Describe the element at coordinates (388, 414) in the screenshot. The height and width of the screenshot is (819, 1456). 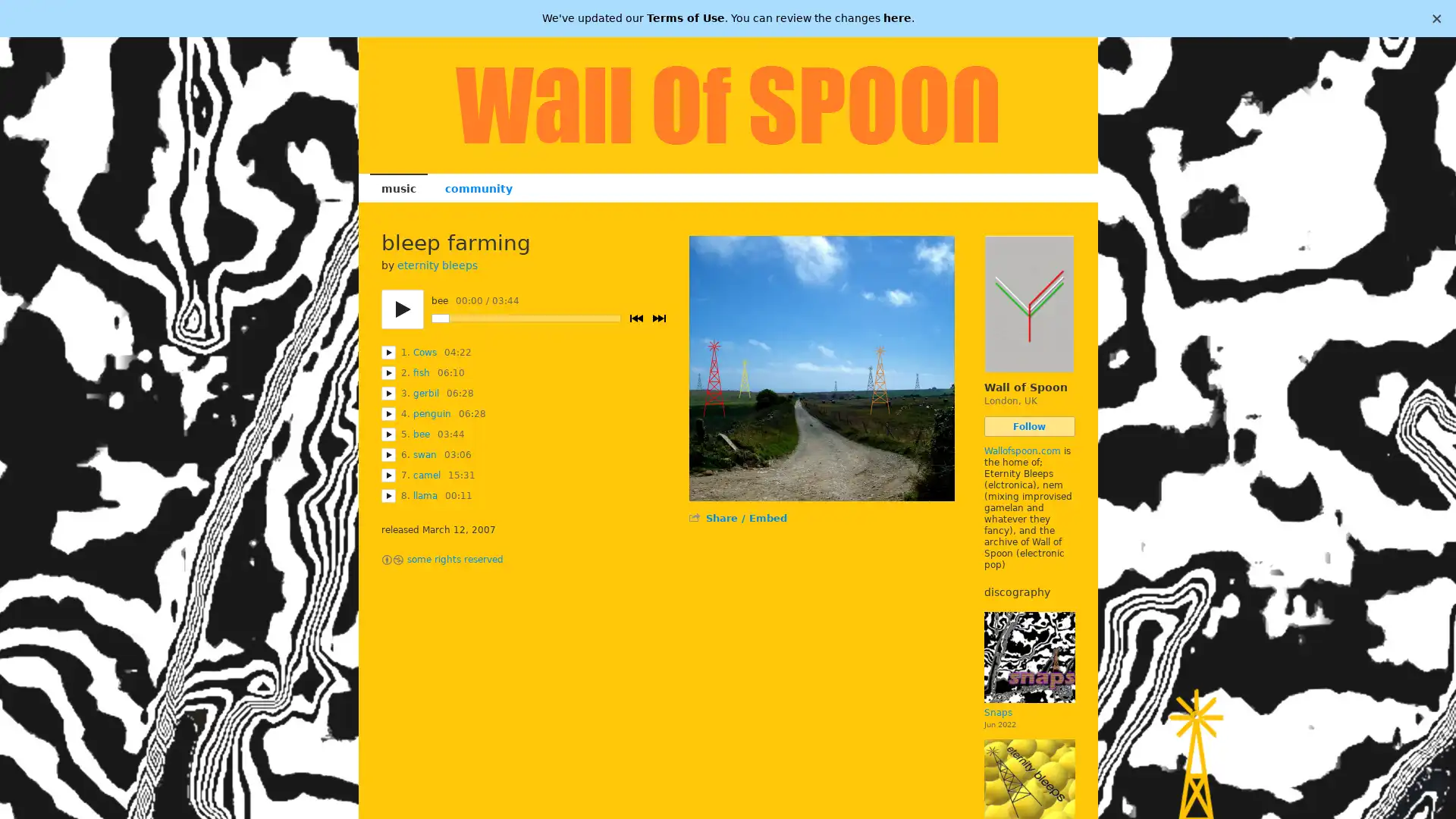
I see `Play penguin` at that location.